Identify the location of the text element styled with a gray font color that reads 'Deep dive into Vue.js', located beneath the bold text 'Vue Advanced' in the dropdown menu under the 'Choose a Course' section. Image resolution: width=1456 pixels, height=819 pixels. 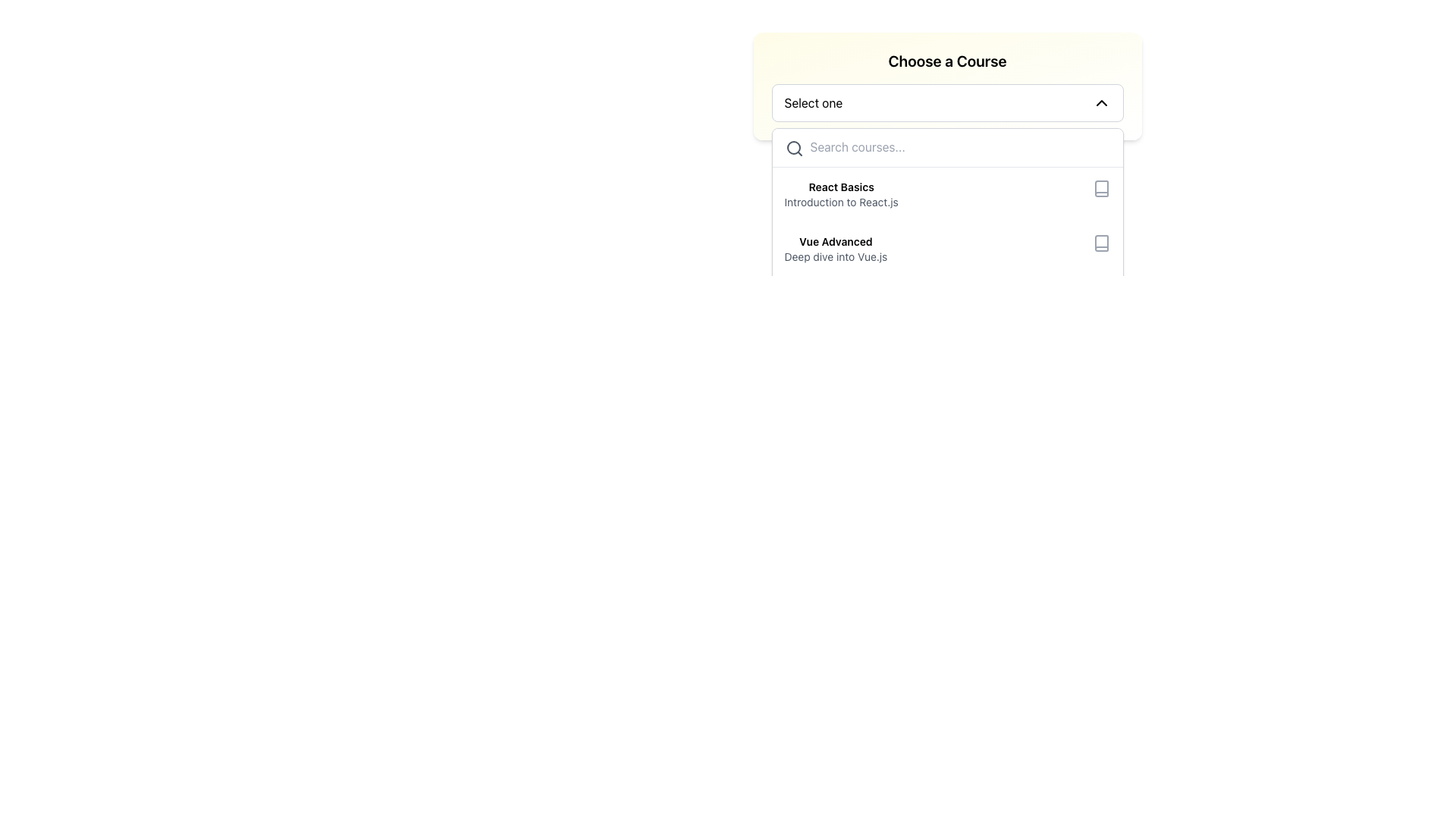
(835, 256).